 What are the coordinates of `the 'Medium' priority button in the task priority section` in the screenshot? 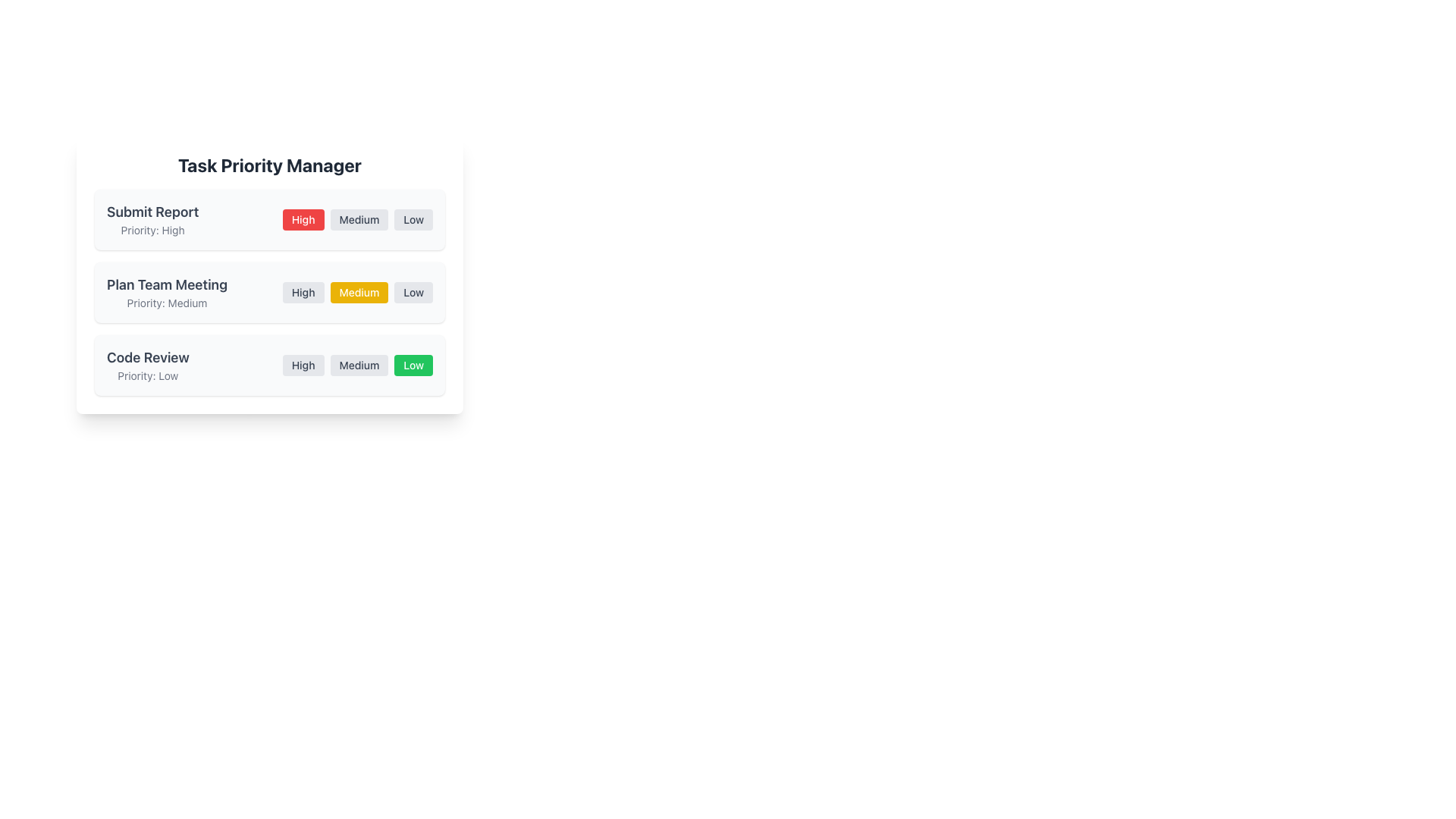 It's located at (359, 366).